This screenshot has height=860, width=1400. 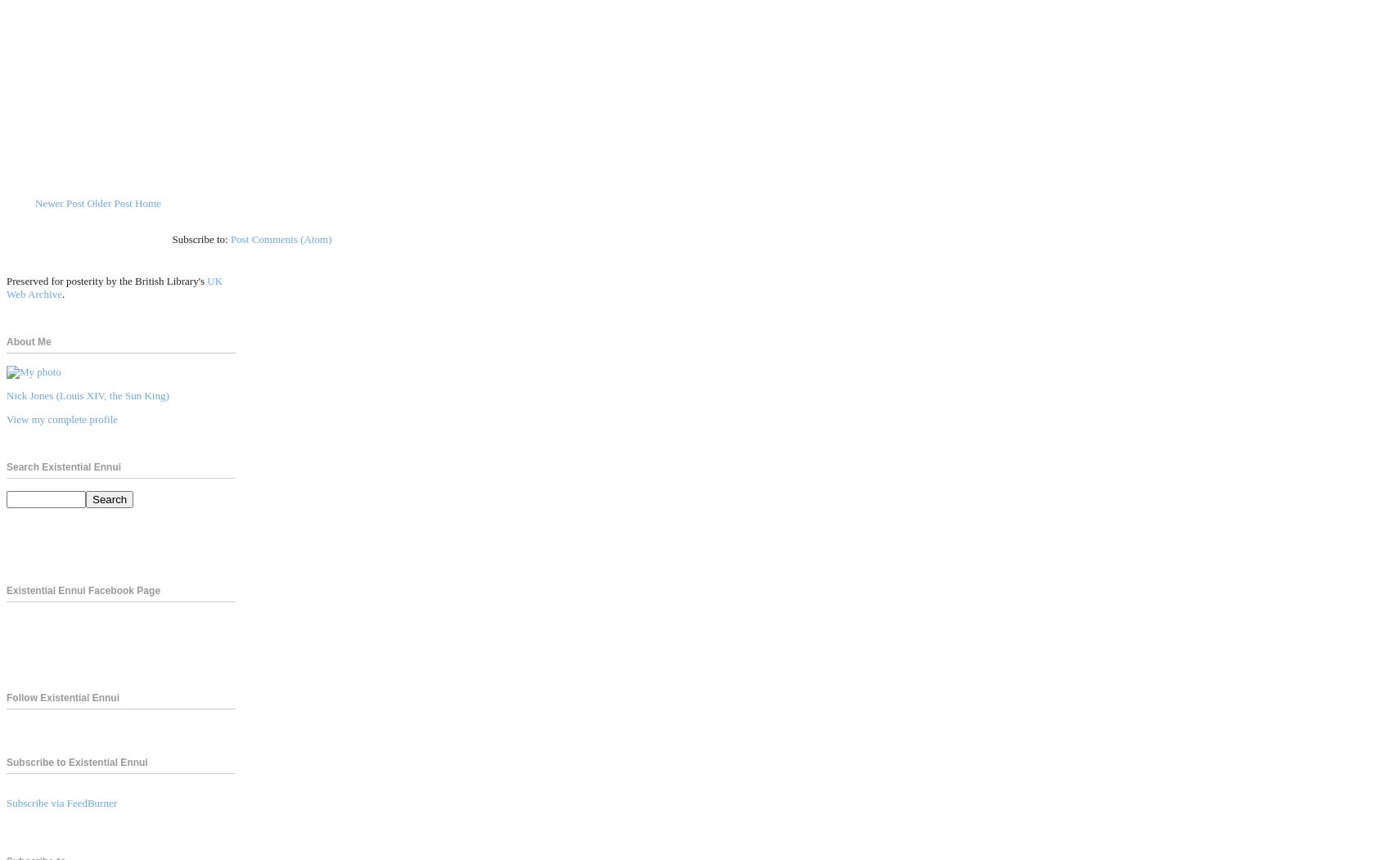 I want to click on 'UK Web Archive', so click(x=113, y=286).